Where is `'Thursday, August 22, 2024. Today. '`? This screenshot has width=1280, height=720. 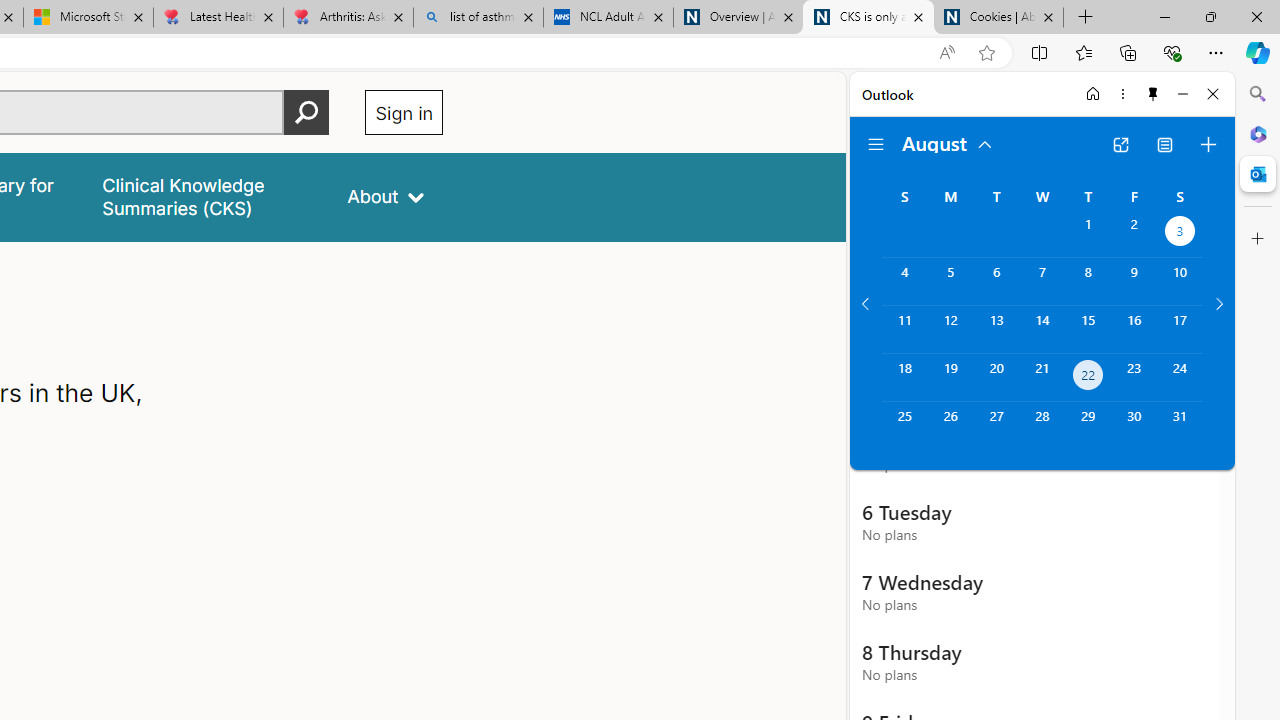 'Thursday, August 22, 2024. Today. ' is located at coordinates (1087, 377).